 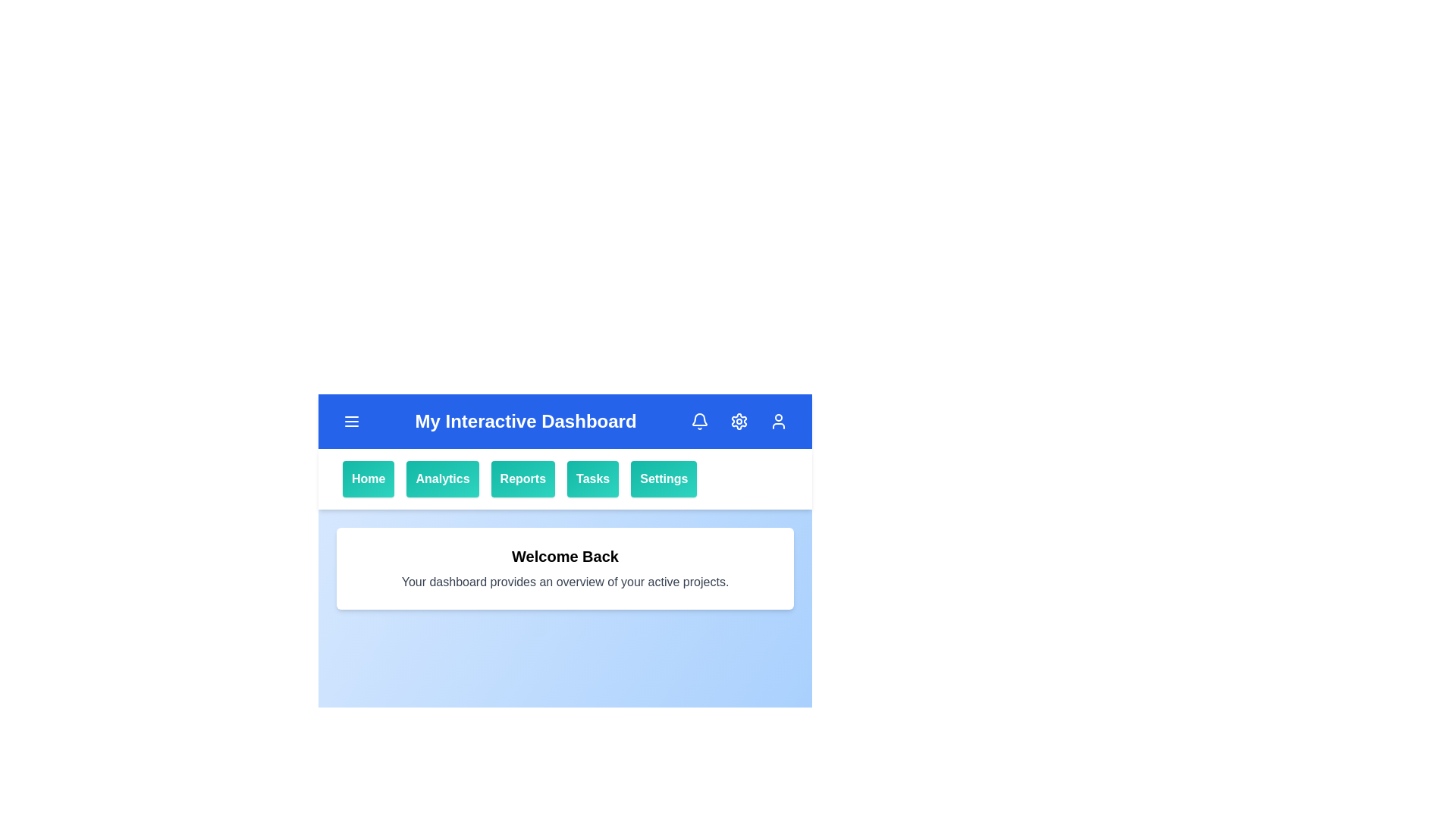 What do you see at coordinates (351, 421) in the screenshot?
I see `the menu_button to observe the hover effect` at bounding box center [351, 421].